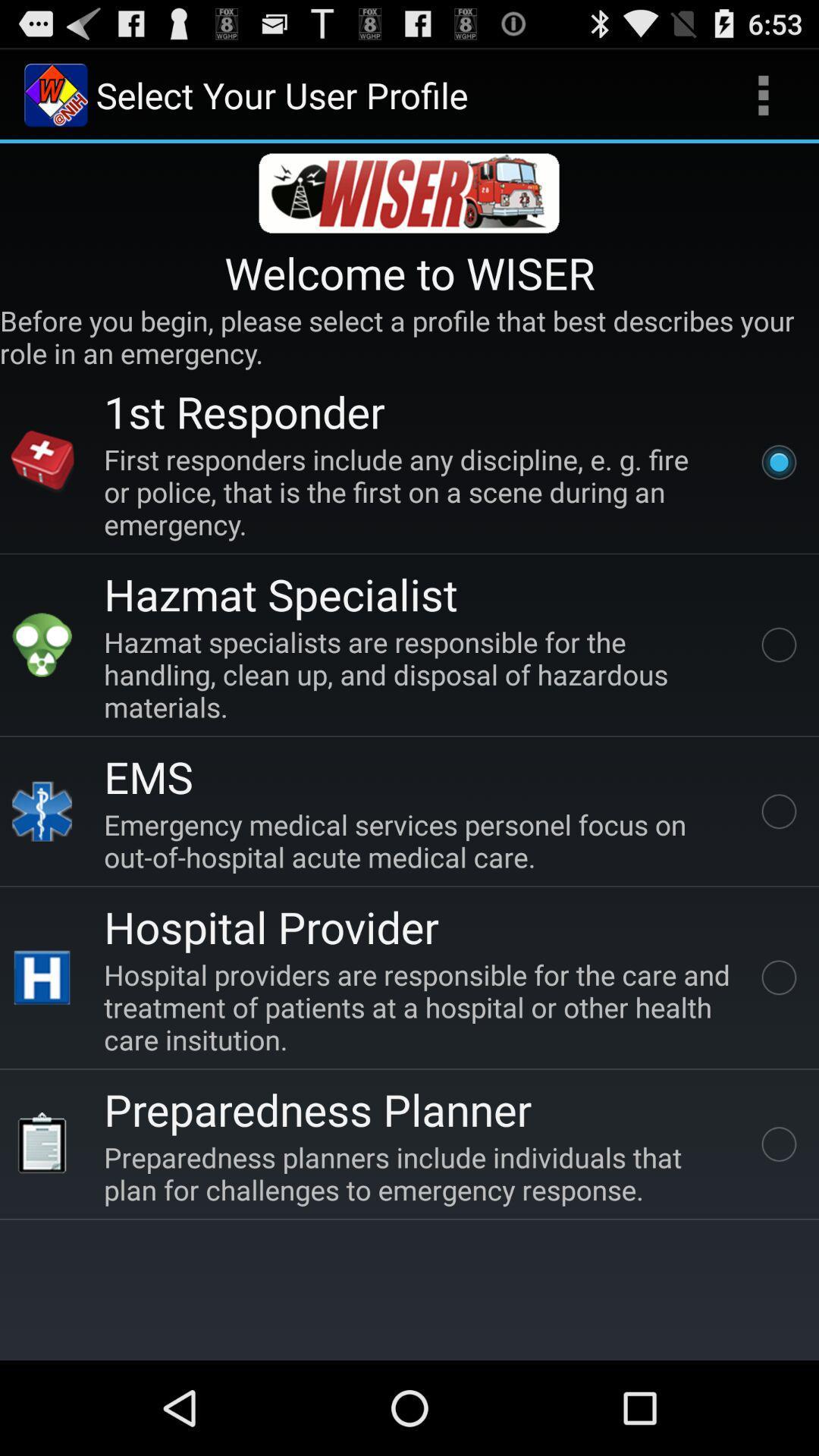  Describe the element at coordinates (420, 1007) in the screenshot. I see `the app below the hospital provider icon` at that location.